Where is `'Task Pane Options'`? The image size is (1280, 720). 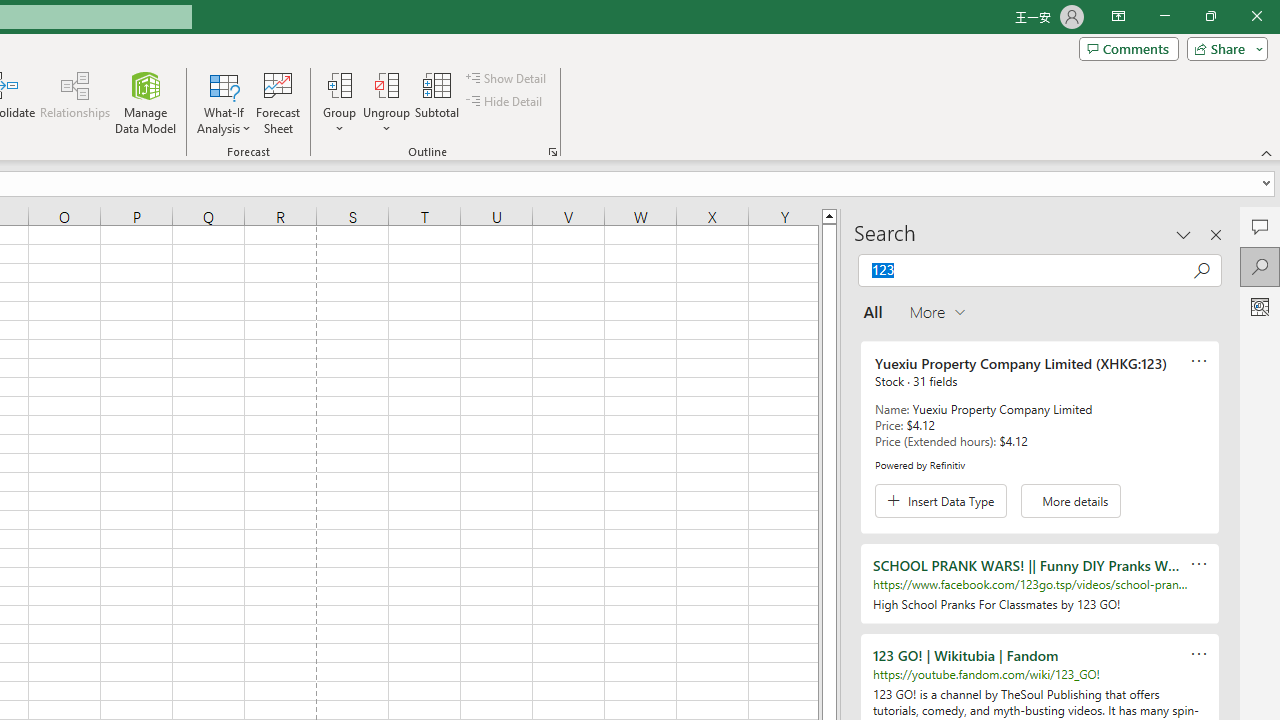
'Task Pane Options' is located at coordinates (1184, 234).